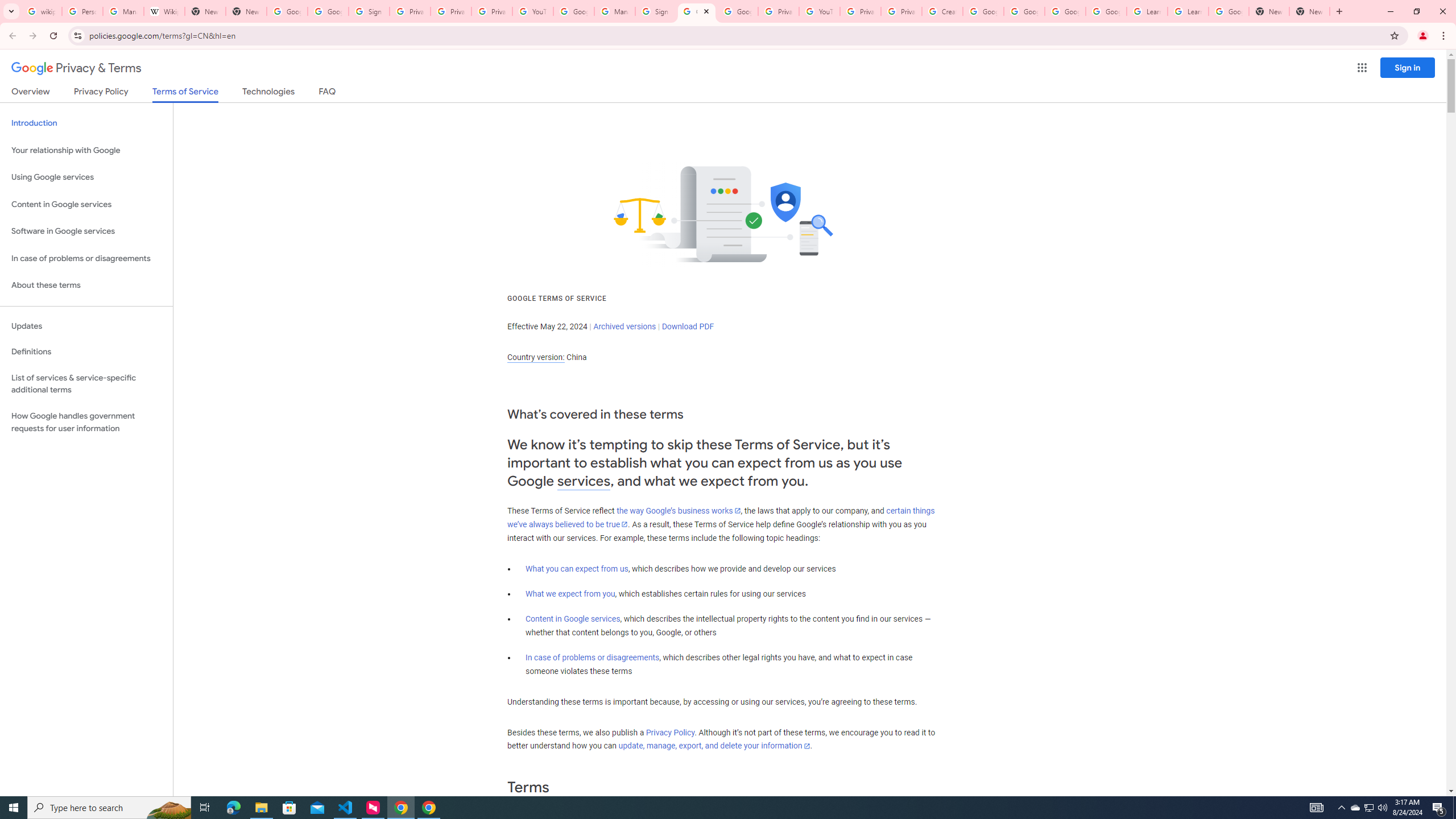  I want to click on 'Create your Google Account', so click(942, 11).